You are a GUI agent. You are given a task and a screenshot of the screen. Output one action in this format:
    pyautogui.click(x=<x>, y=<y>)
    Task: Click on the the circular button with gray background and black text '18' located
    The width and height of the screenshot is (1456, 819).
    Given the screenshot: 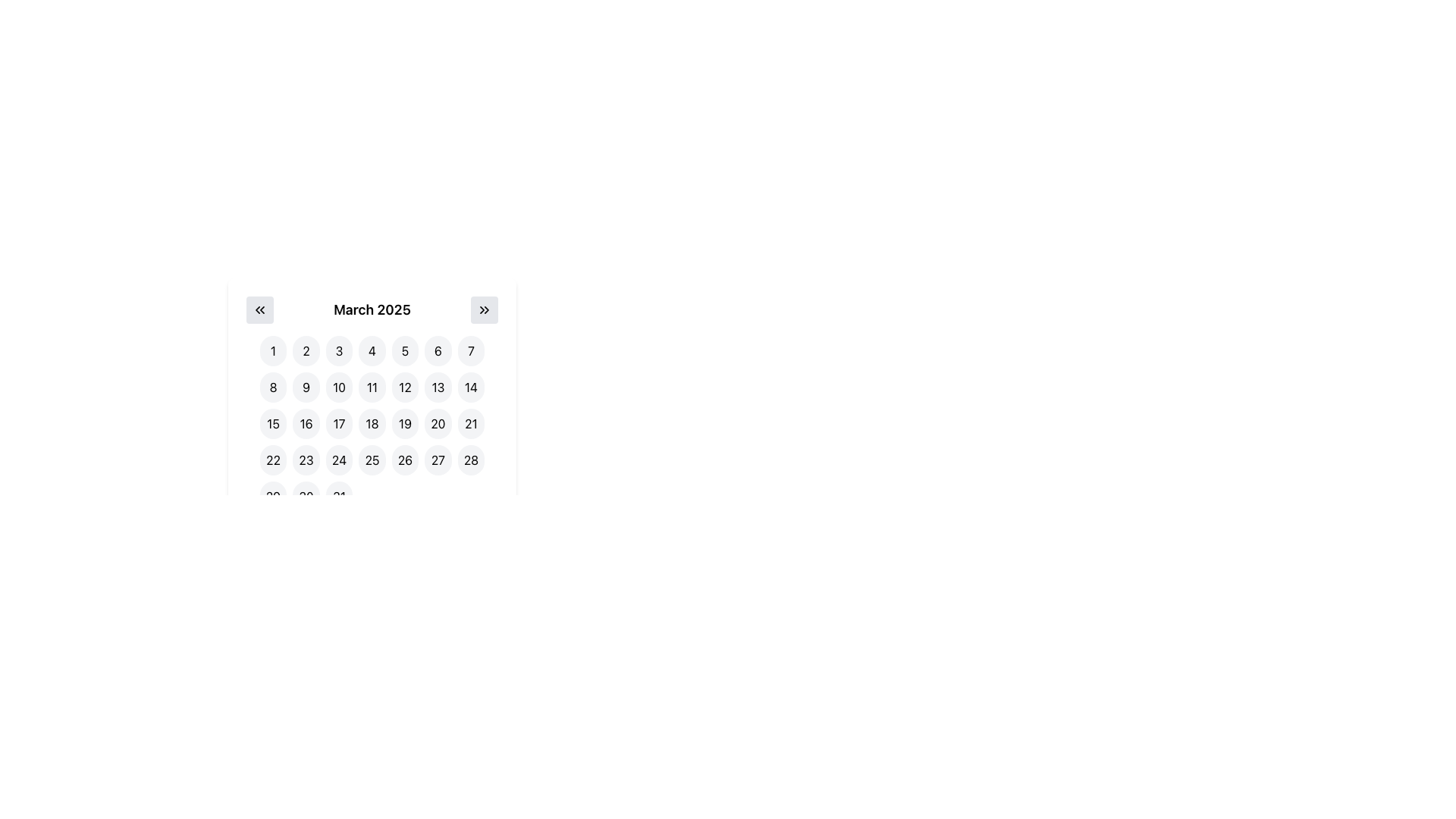 What is the action you would take?
    pyautogui.click(x=372, y=424)
    